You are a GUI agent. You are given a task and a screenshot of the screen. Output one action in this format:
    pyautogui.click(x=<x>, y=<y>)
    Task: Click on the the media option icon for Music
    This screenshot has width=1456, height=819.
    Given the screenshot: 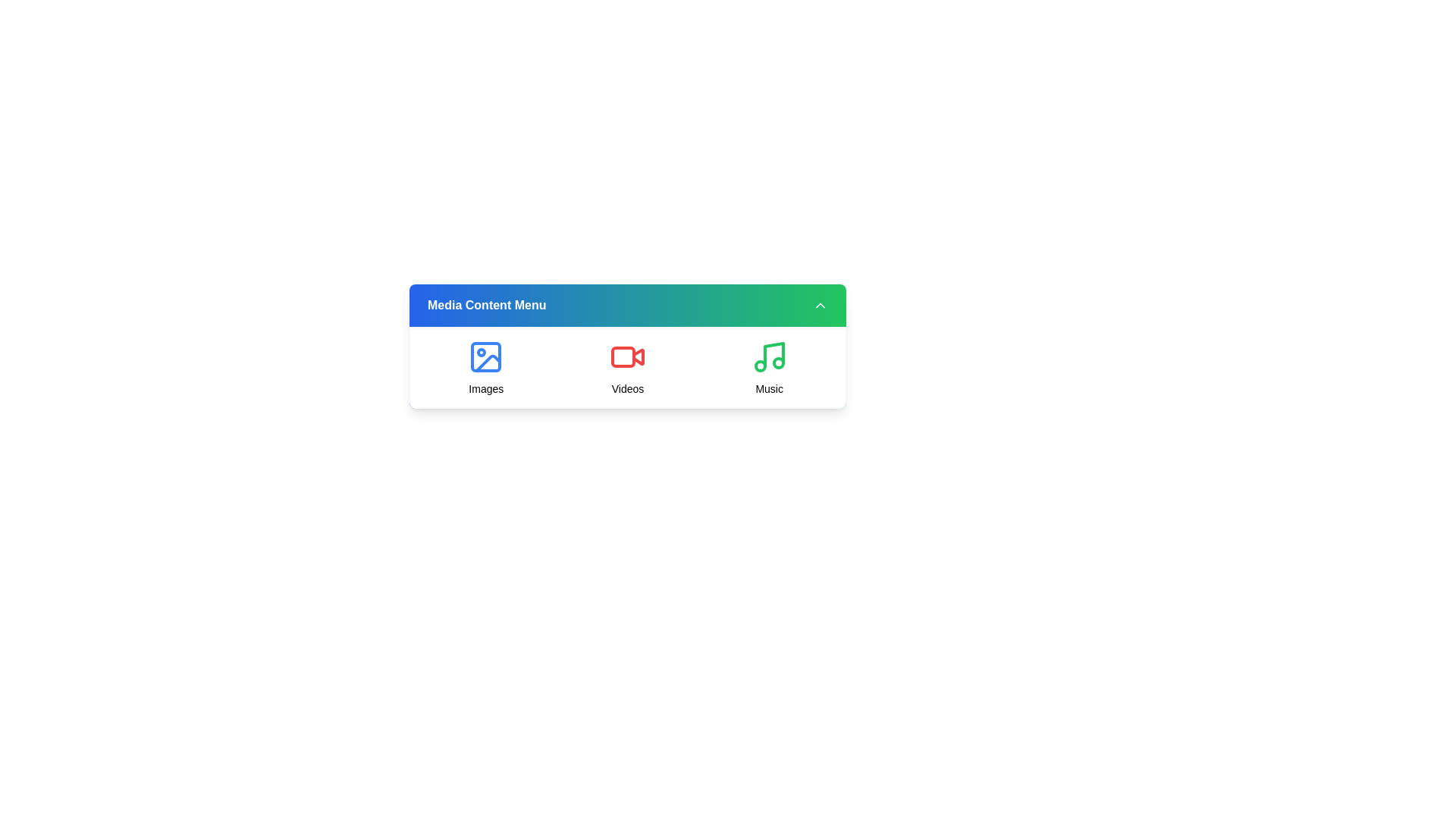 What is the action you would take?
    pyautogui.click(x=769, y=368)
    